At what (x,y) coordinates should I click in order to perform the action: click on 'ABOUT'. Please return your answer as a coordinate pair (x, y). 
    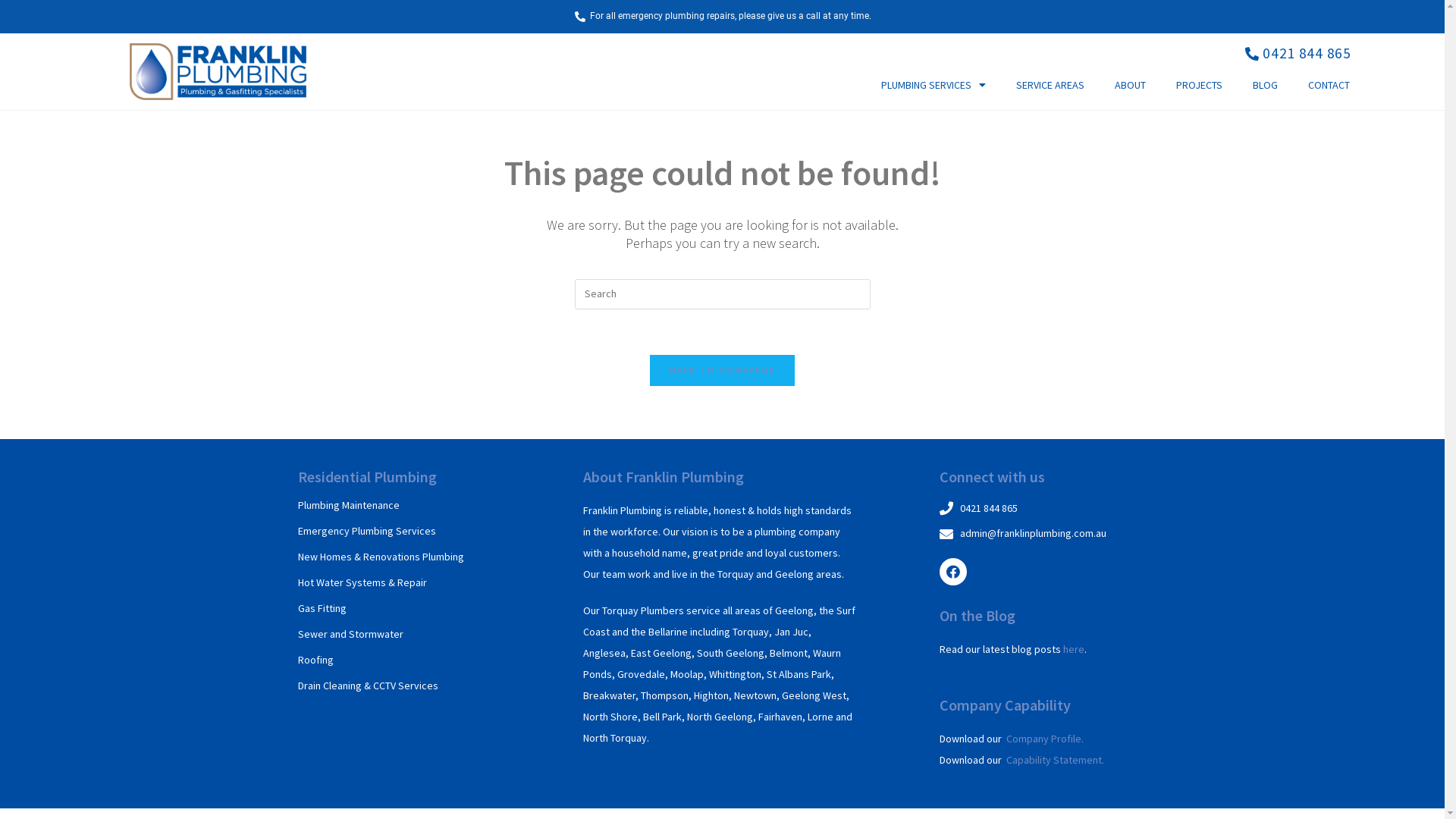
    Looking at the image, I should click on (1099, 84).